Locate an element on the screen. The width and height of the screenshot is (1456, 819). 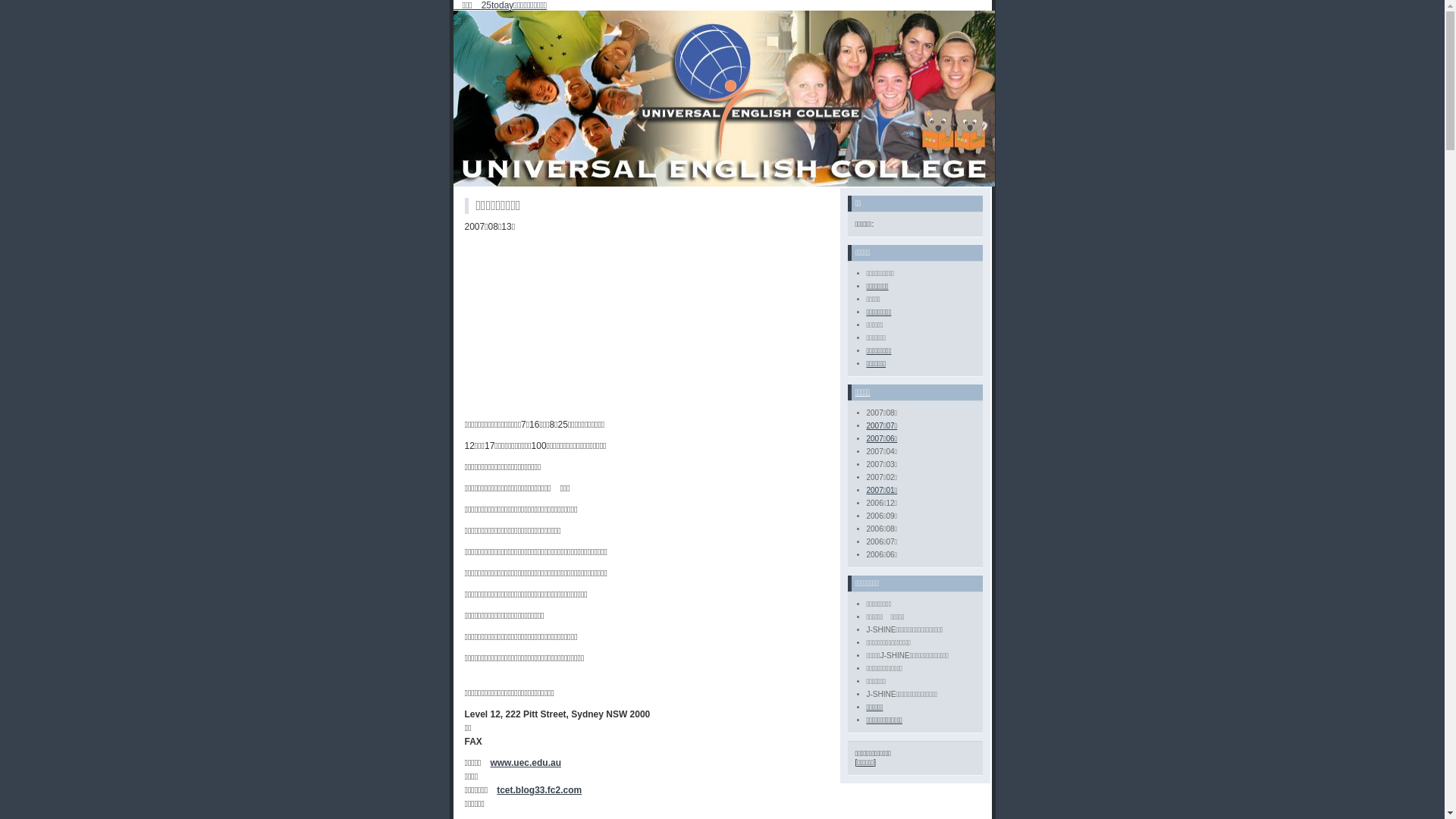
'www.uec.edu.au' is located at coordinates (525, 763).